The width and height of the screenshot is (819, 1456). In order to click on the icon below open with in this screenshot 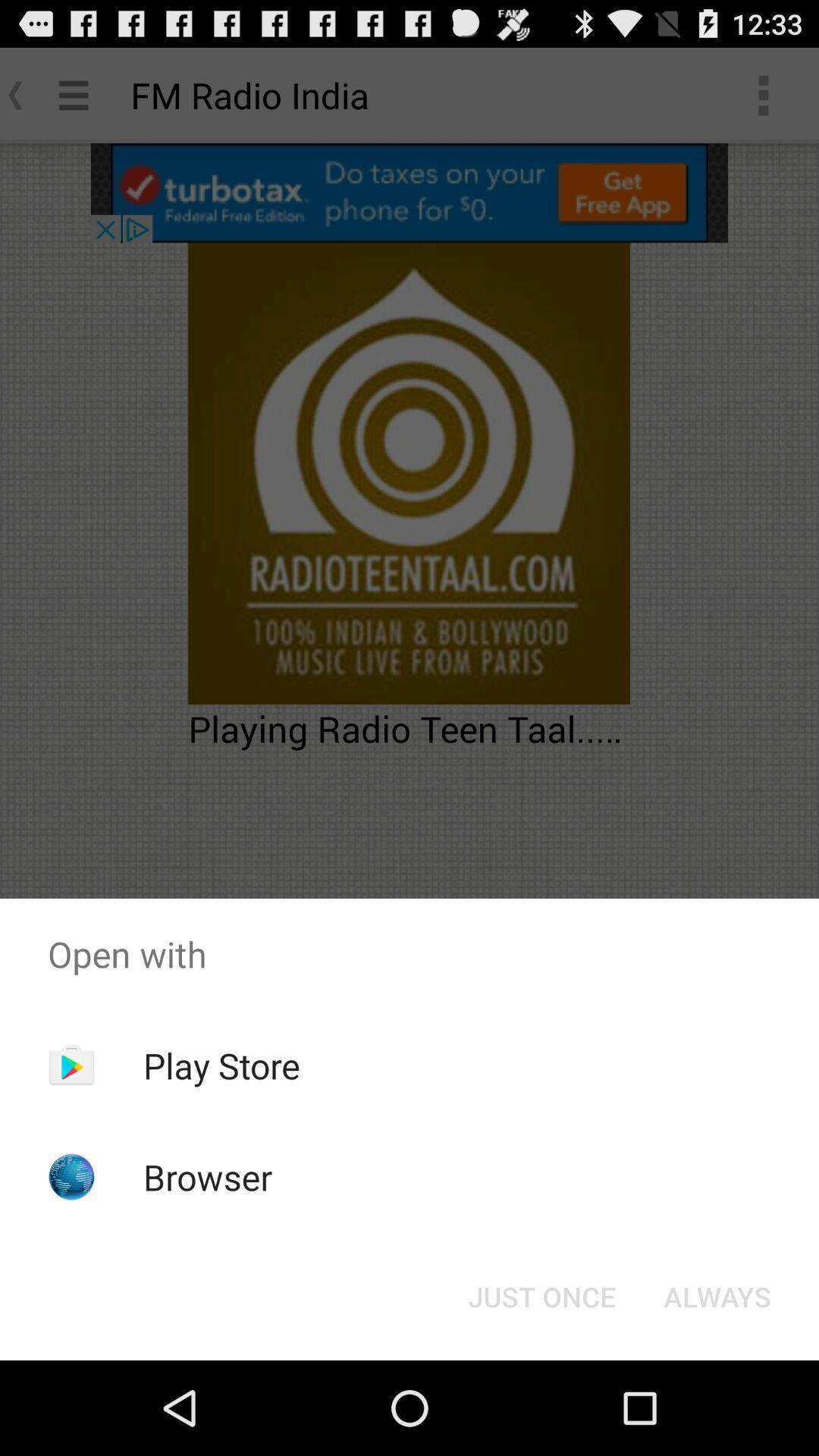, I will do `click(541, 1295)`.